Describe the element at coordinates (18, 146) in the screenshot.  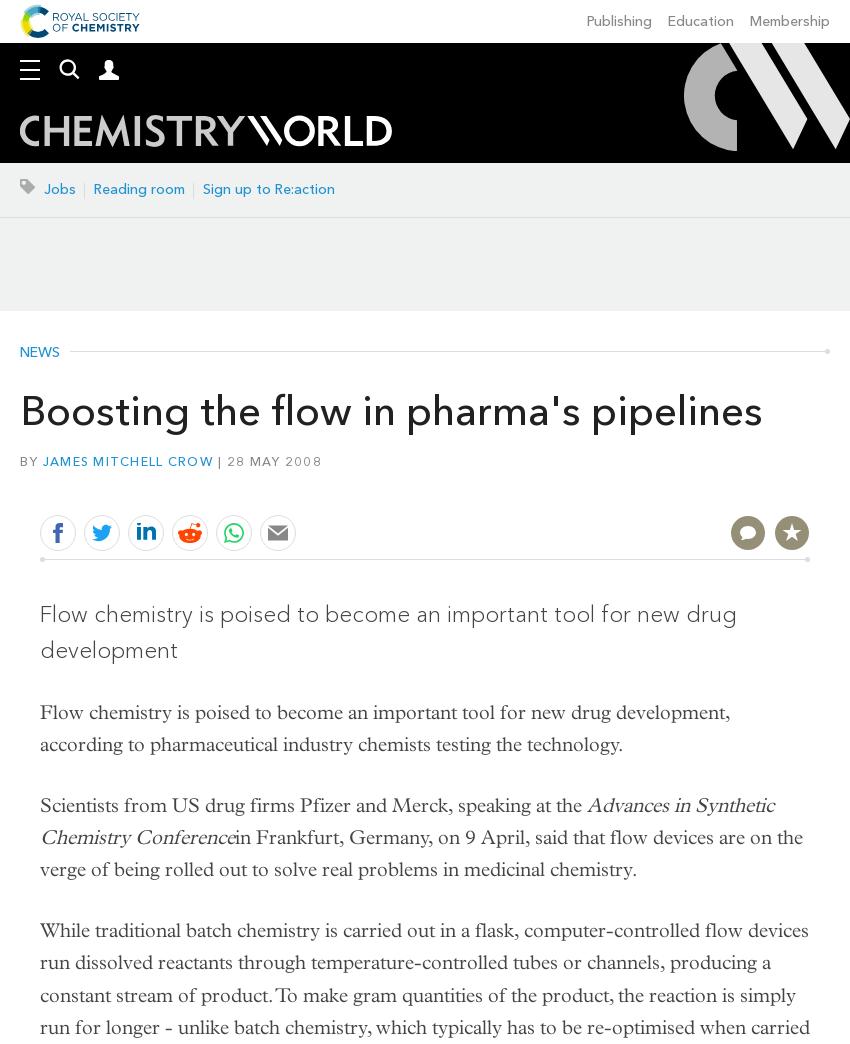
I see `'Subscribe'` at that location.